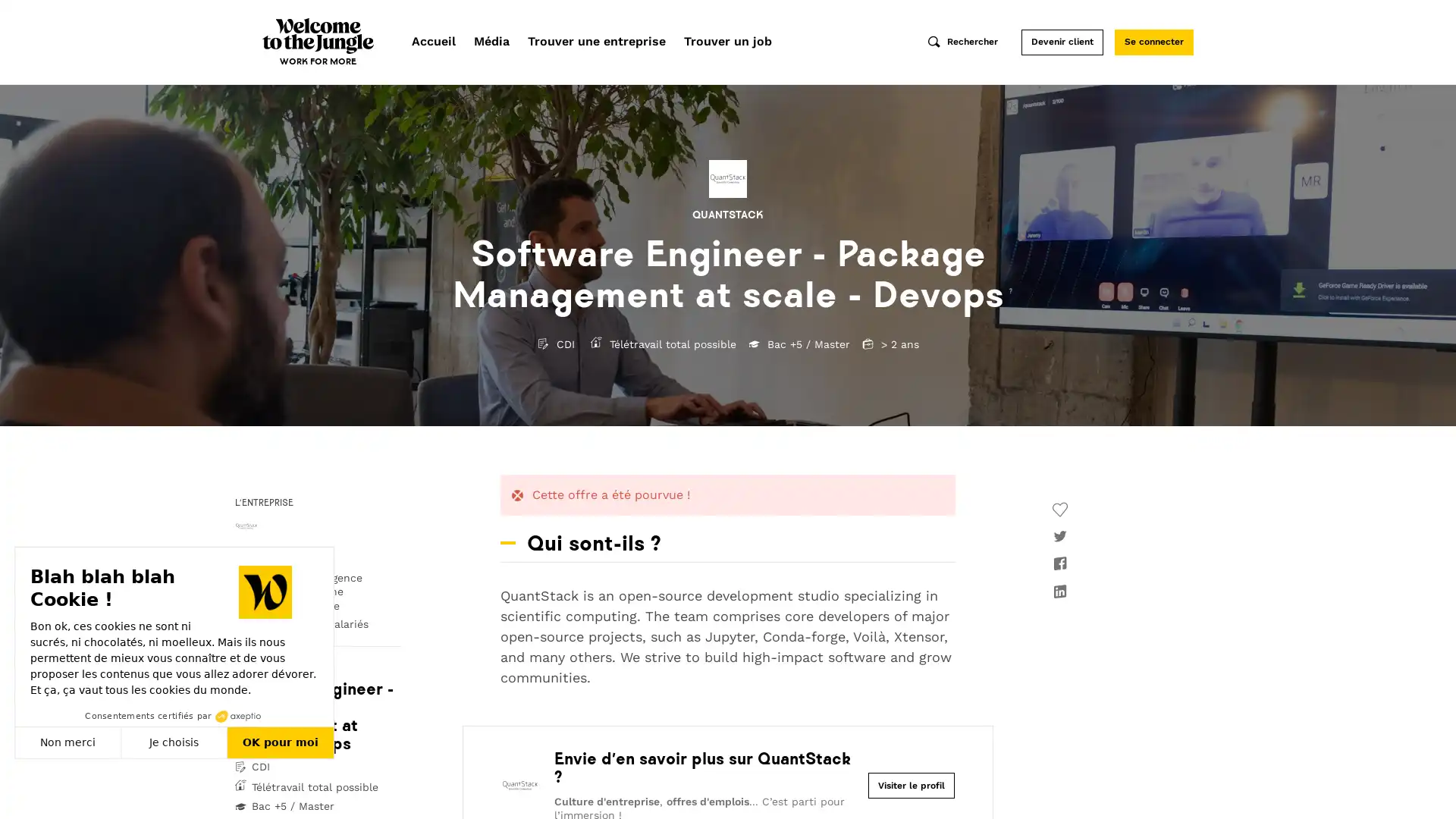 Image resolution: width=1456 pixels, height=819 pixels. What do you see at coordinates (174, 716) in the screenshot?
I see `Consentements certifies par` at bounding box center [174, 716].